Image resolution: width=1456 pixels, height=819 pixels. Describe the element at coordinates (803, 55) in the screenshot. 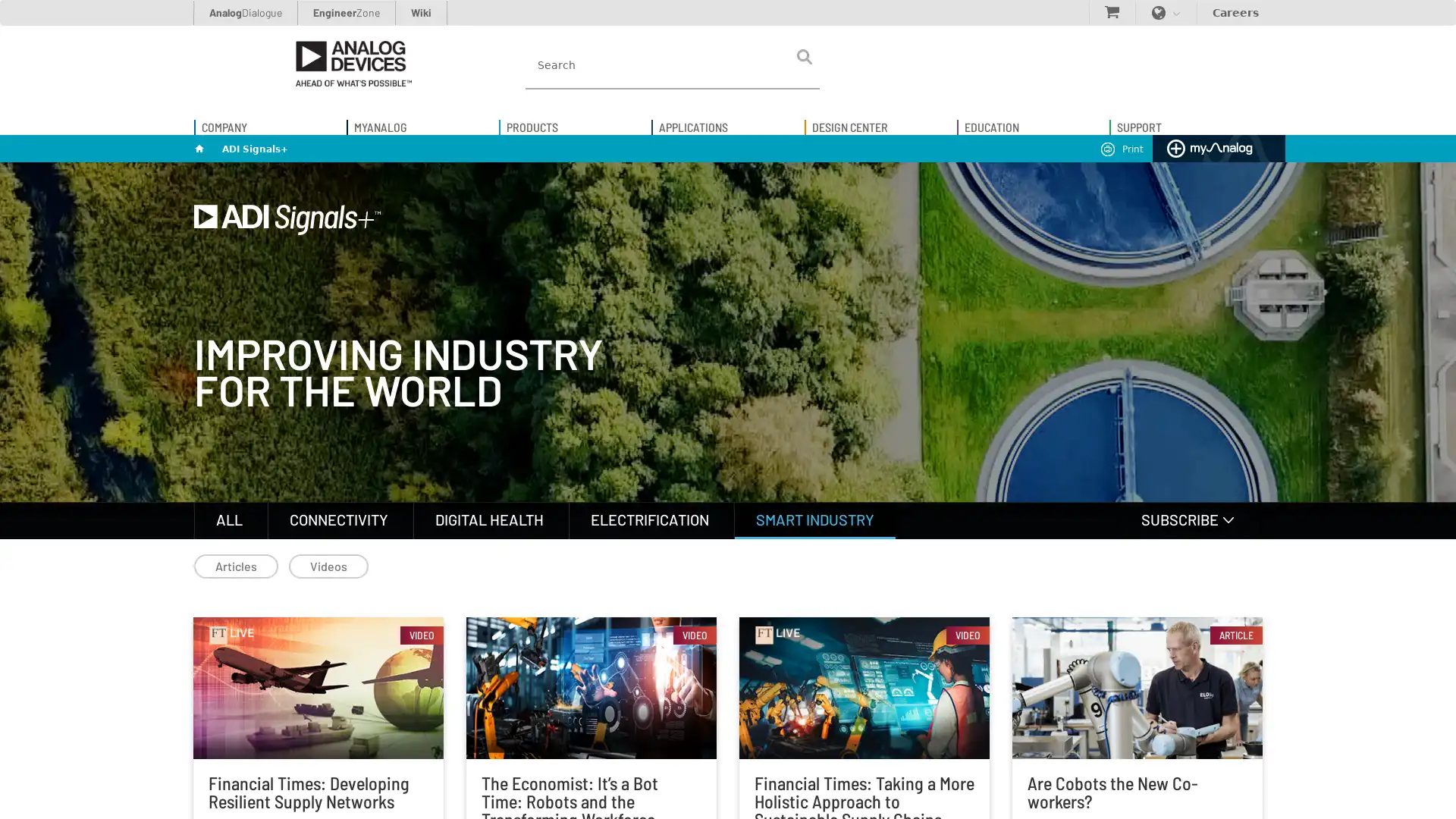

I see `Search` at that location.